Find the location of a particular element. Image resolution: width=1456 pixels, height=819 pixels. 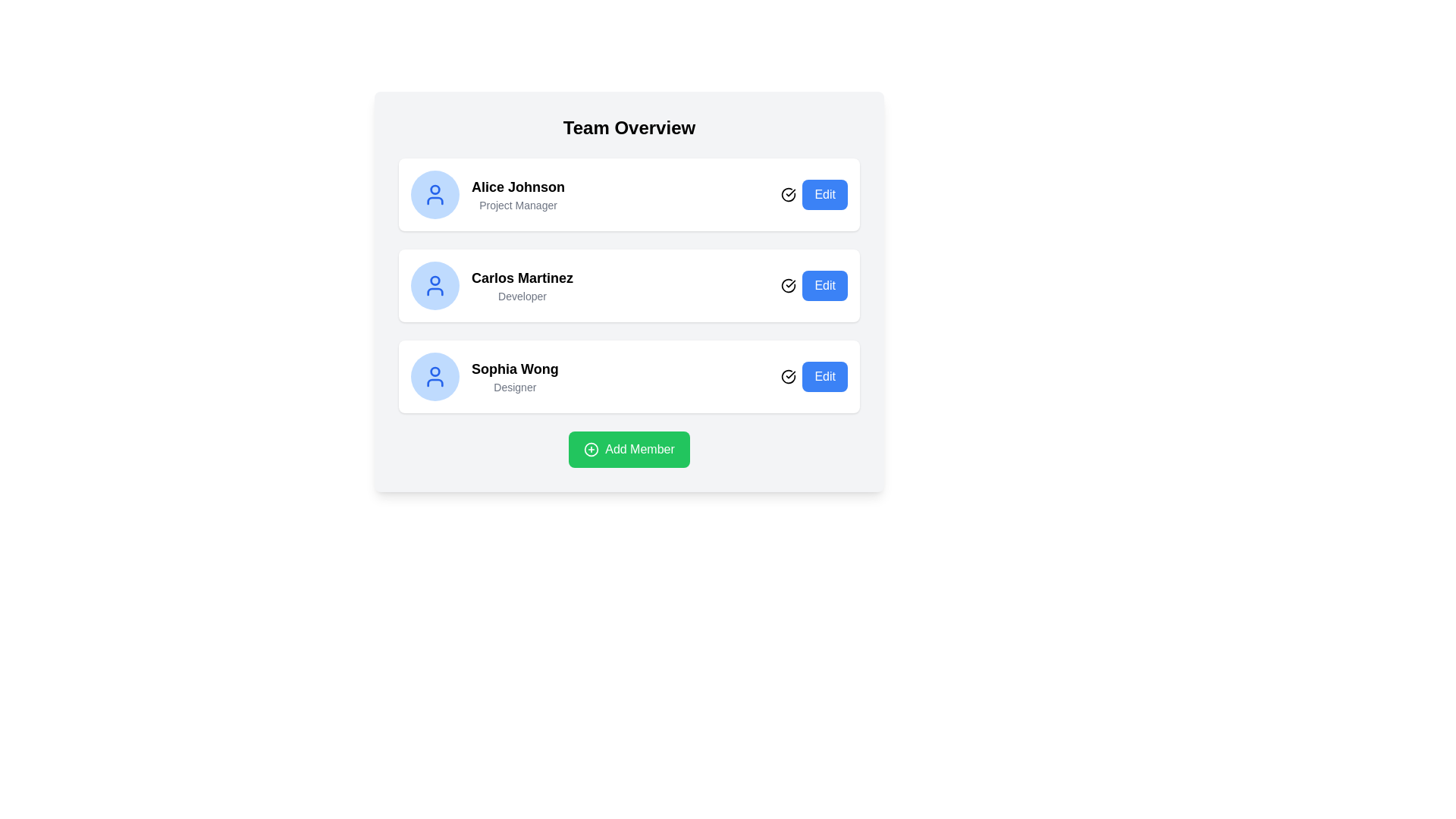

the text label that describes the professional role of Carlos Martinez, located directly beneath his name in the user profile block is located at coordinates (522, 296).